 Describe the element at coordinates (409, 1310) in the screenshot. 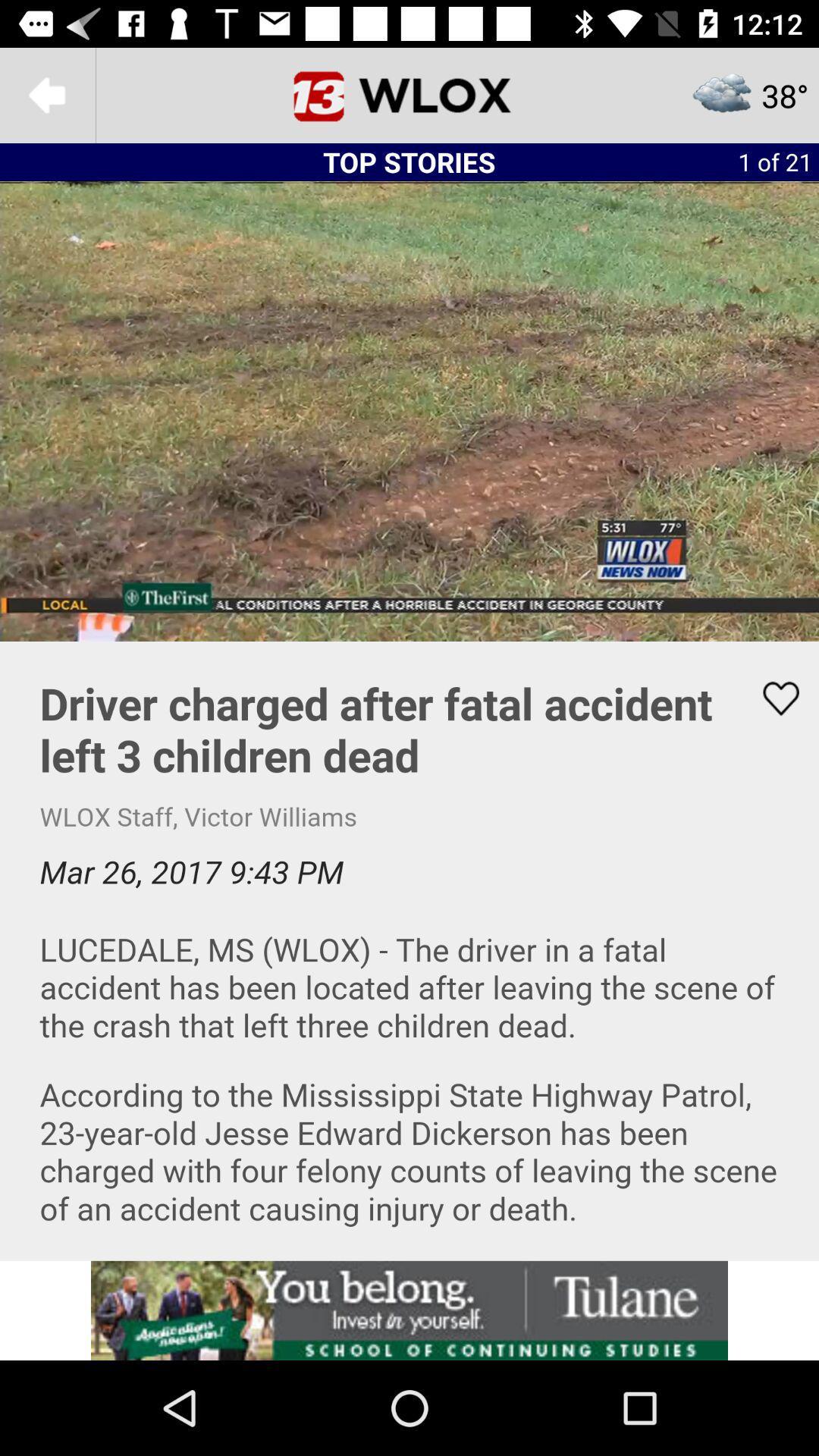

I see `advertisement website` at that location.